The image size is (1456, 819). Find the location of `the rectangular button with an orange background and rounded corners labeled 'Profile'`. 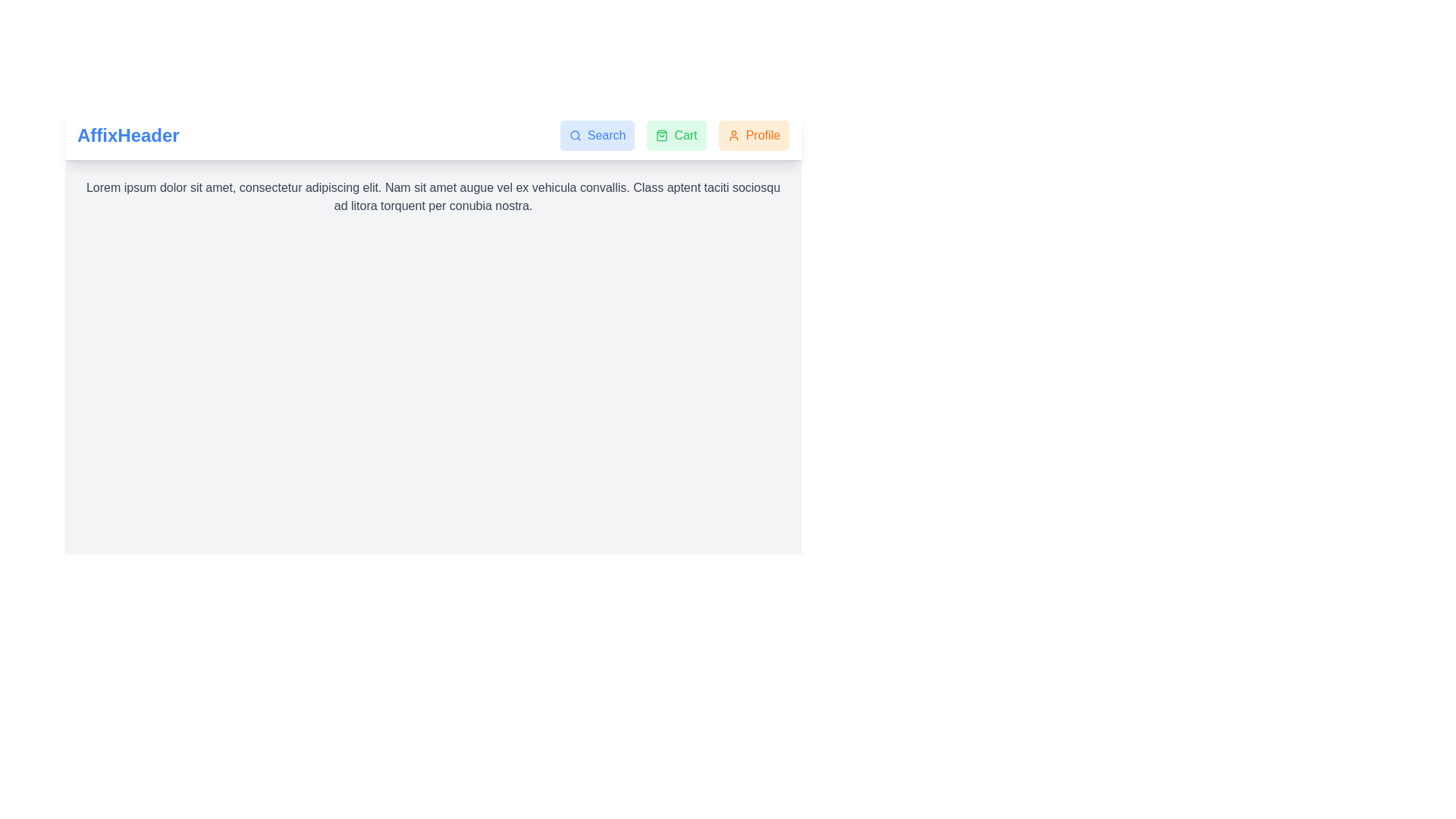

the rectangular button with an orange background and rounded corners labeled 'Profile' is located at coordinates (754, 134).